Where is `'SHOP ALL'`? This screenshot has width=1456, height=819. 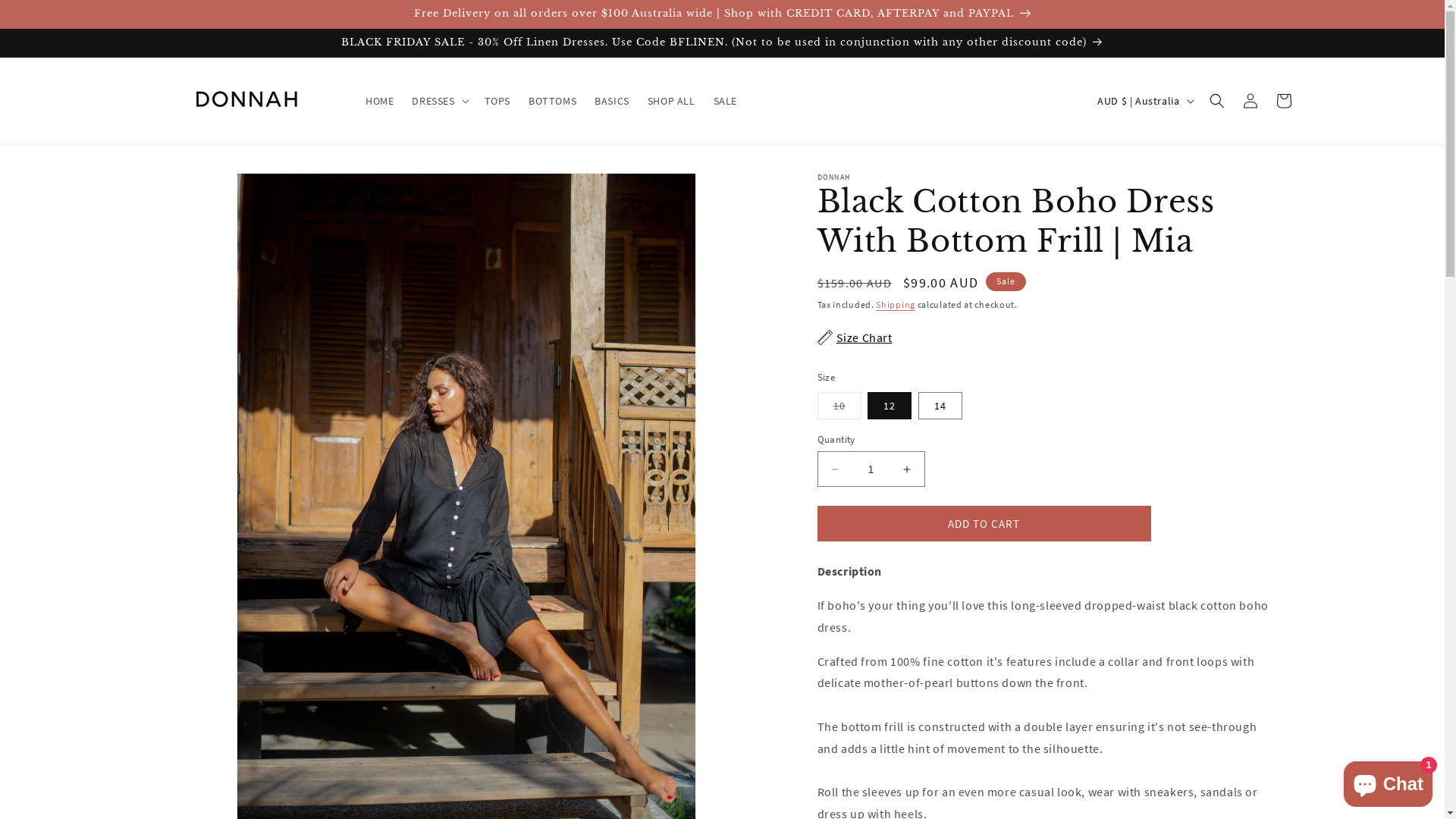
'SHOP ALL' is located at coordinates (670, 100).